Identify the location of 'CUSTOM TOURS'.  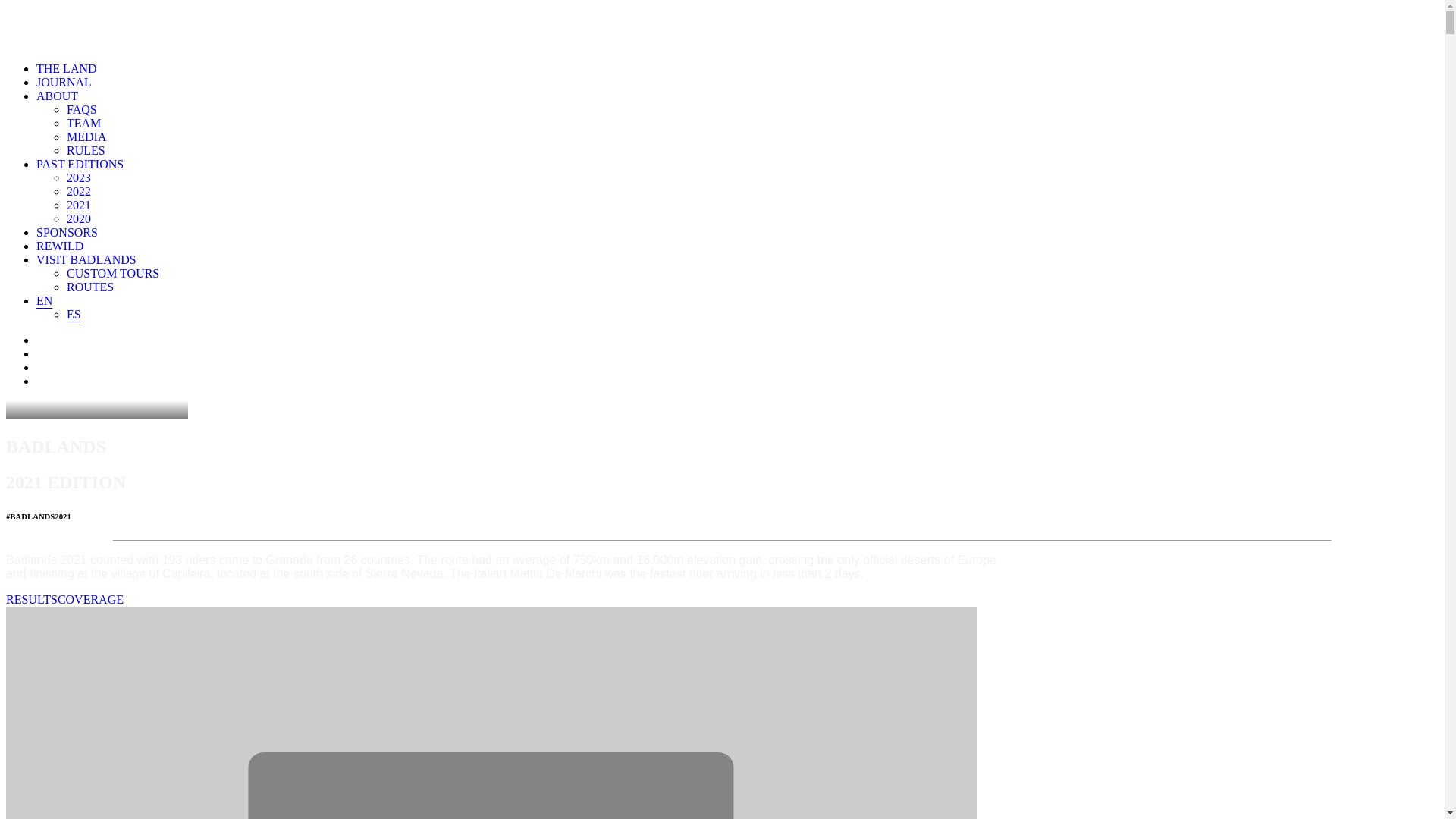
(111, 273).